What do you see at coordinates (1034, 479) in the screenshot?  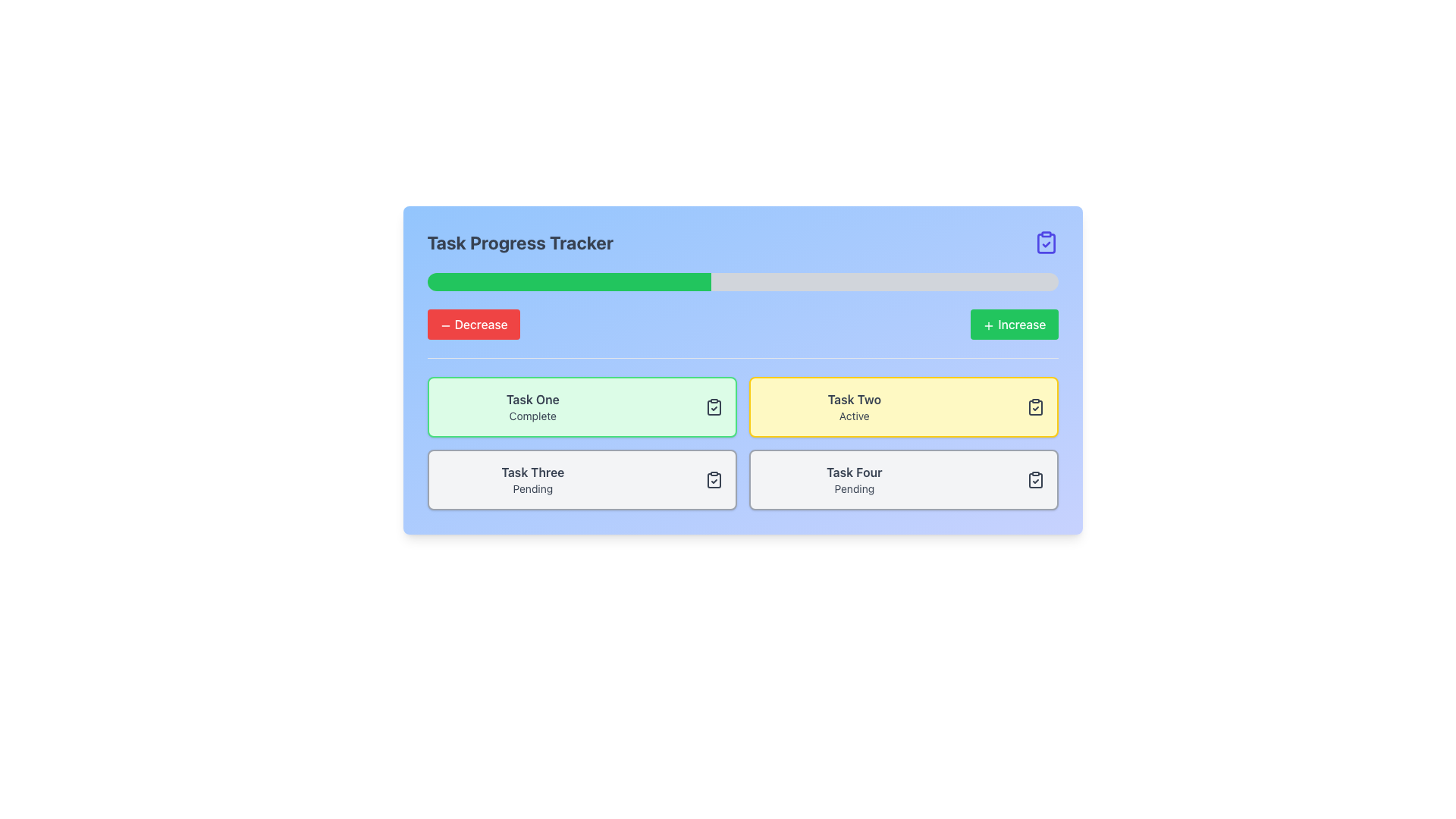 I see `the graphical icon representing the action or status related to 'Task Four' located in the bottom-right corner of the card titled 'Task Four Pending'` at bounding box center [1034, 479].